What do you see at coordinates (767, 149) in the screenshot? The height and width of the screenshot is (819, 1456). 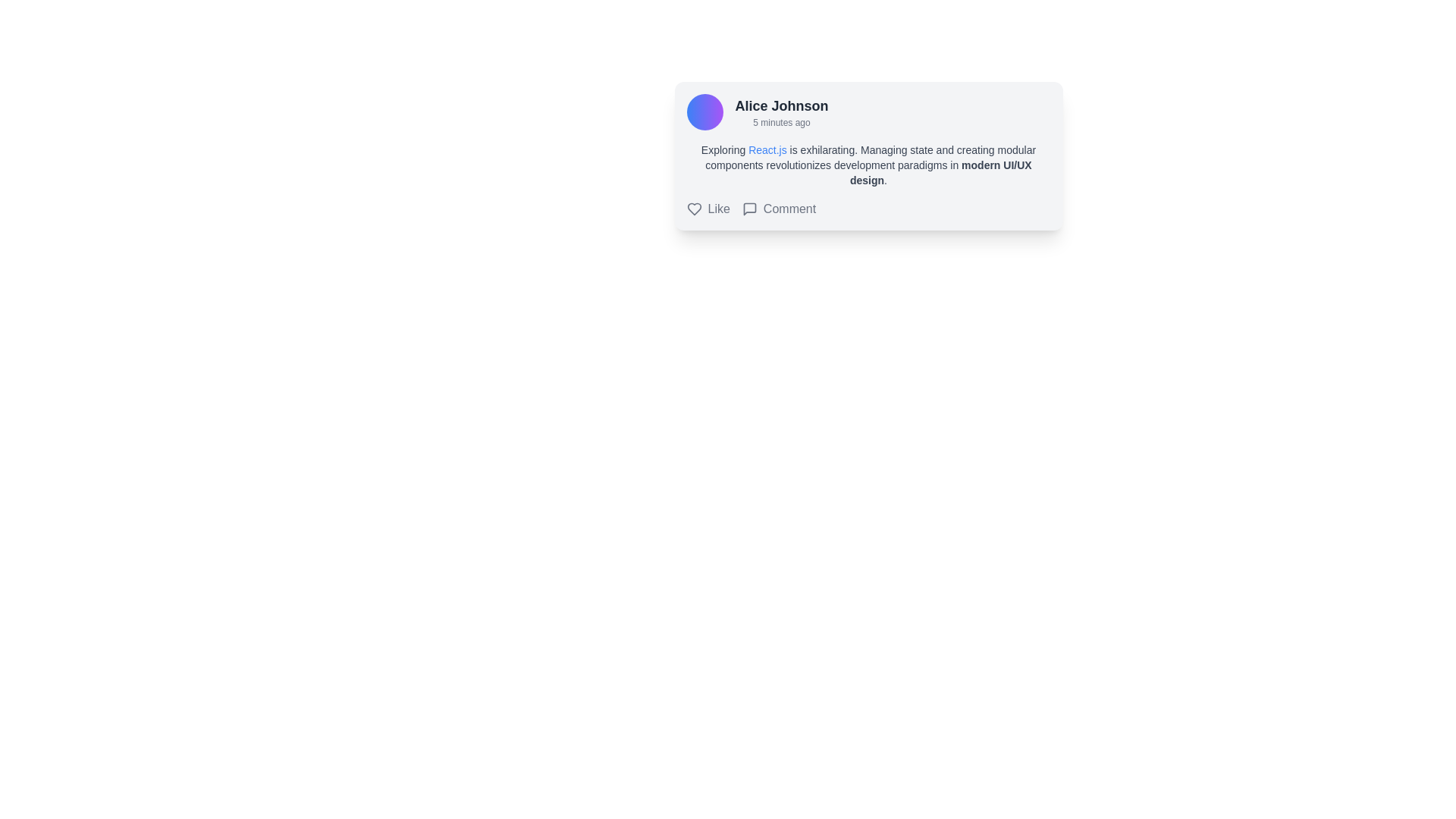 I see `the blue, underlined text 'React.js', which is a hyperlink embedded in the sentence 'Exploring React.js is exhilarating.'` at bounding box center [767, 149].